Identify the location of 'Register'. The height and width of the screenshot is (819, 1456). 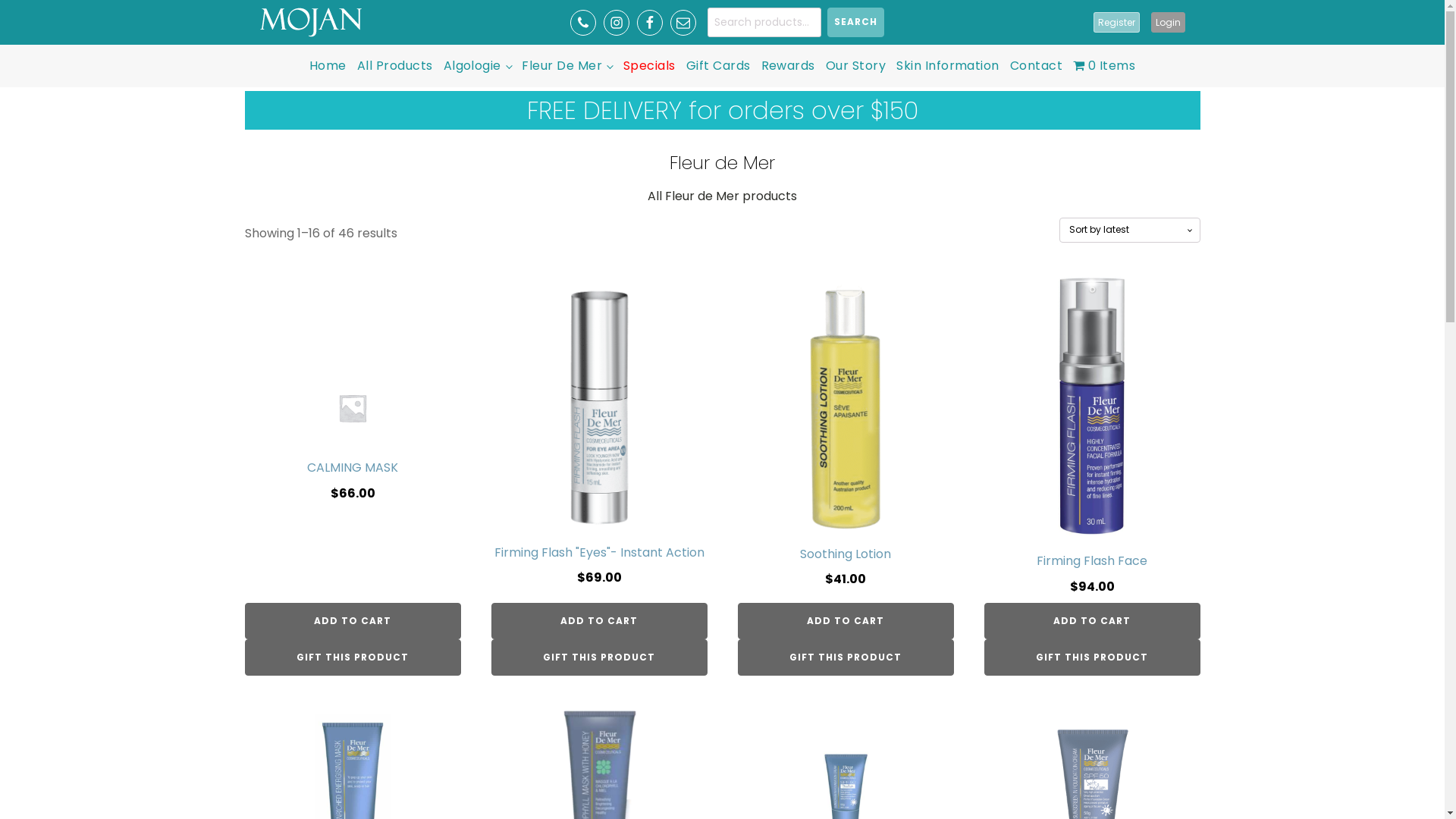
(1116, 22).